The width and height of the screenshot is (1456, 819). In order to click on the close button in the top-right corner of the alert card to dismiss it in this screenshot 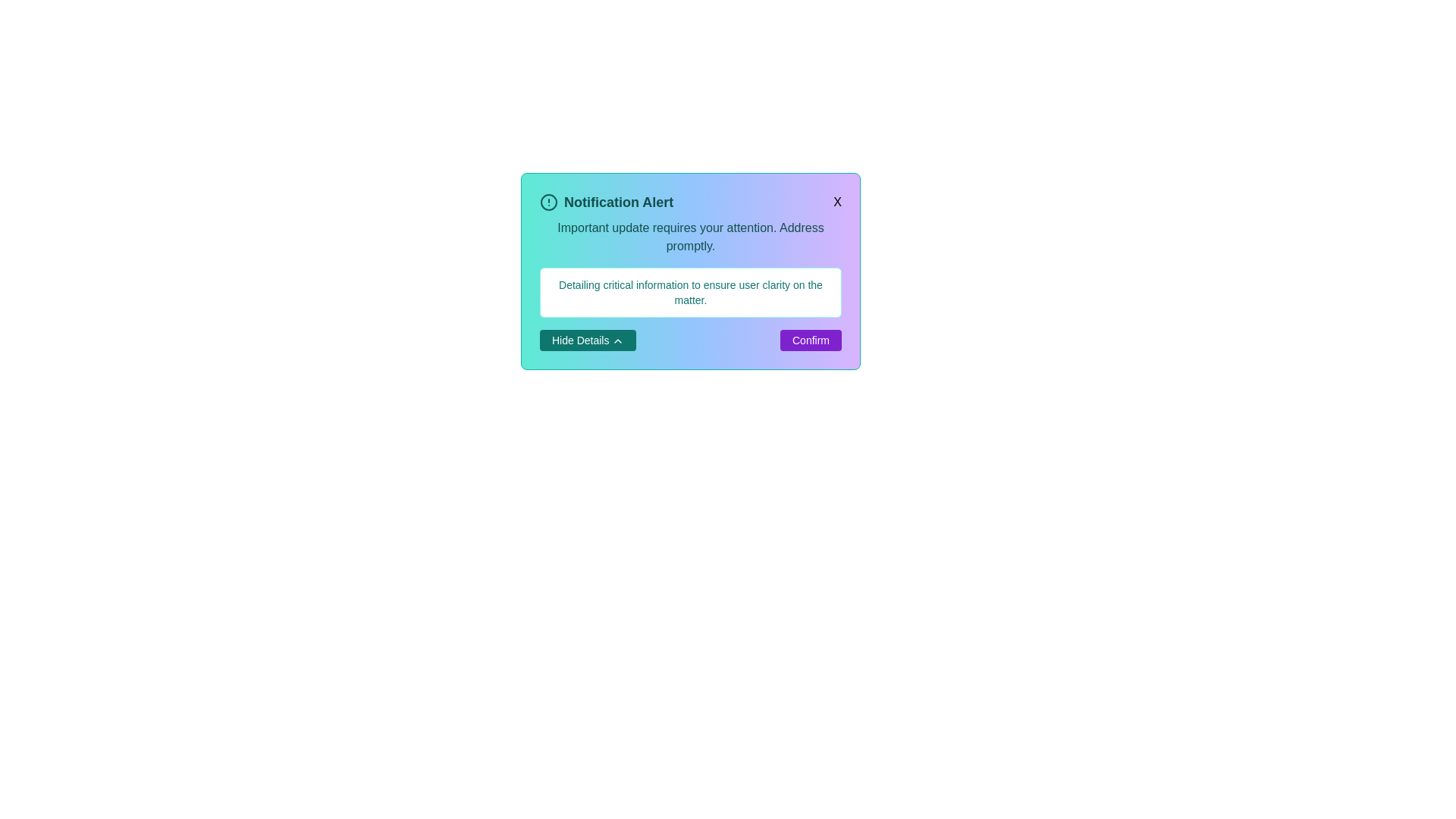, I will do `click(836, 201)`.